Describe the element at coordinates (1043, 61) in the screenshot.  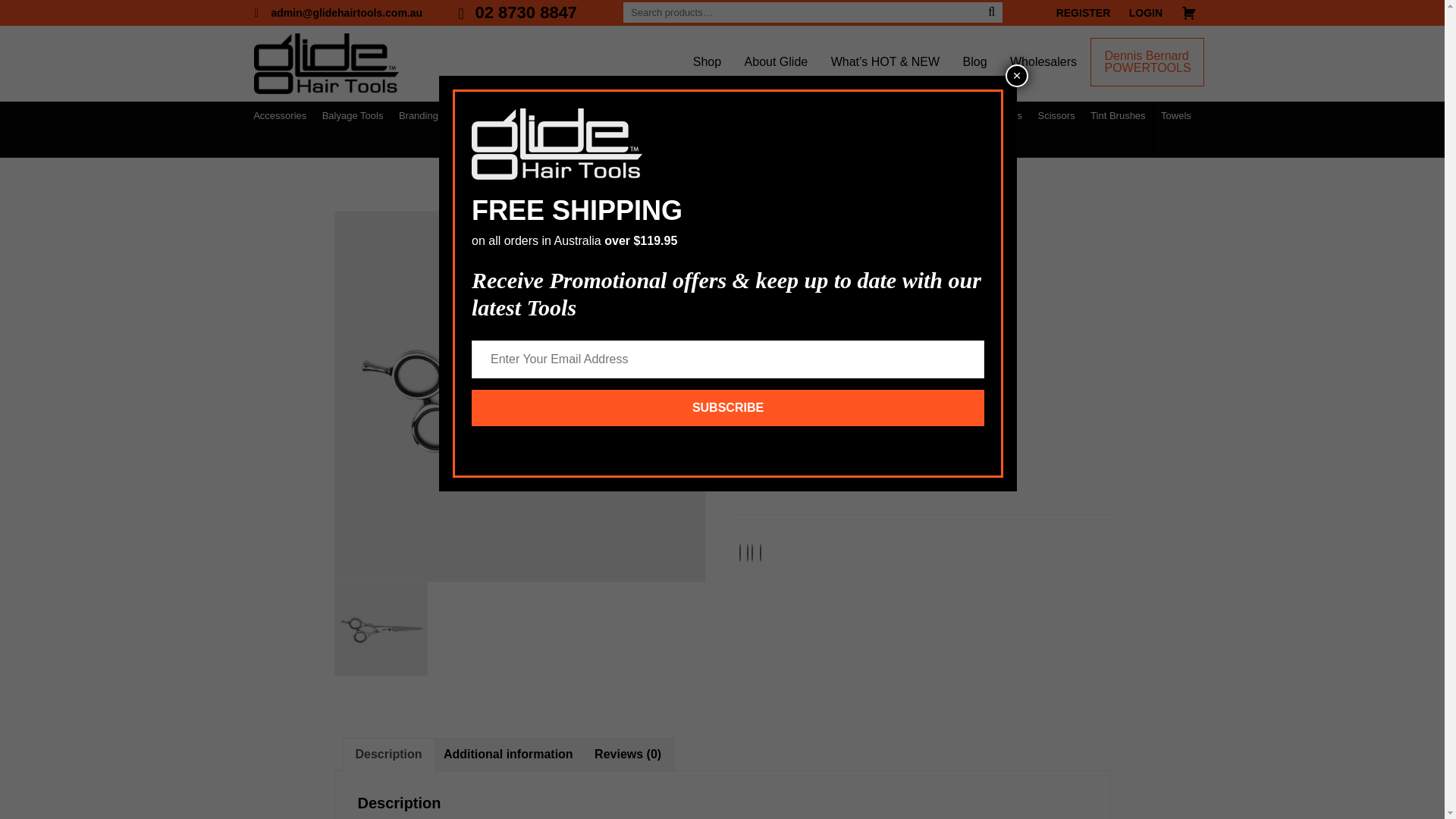
I see `'Wholesalers'` at that location.